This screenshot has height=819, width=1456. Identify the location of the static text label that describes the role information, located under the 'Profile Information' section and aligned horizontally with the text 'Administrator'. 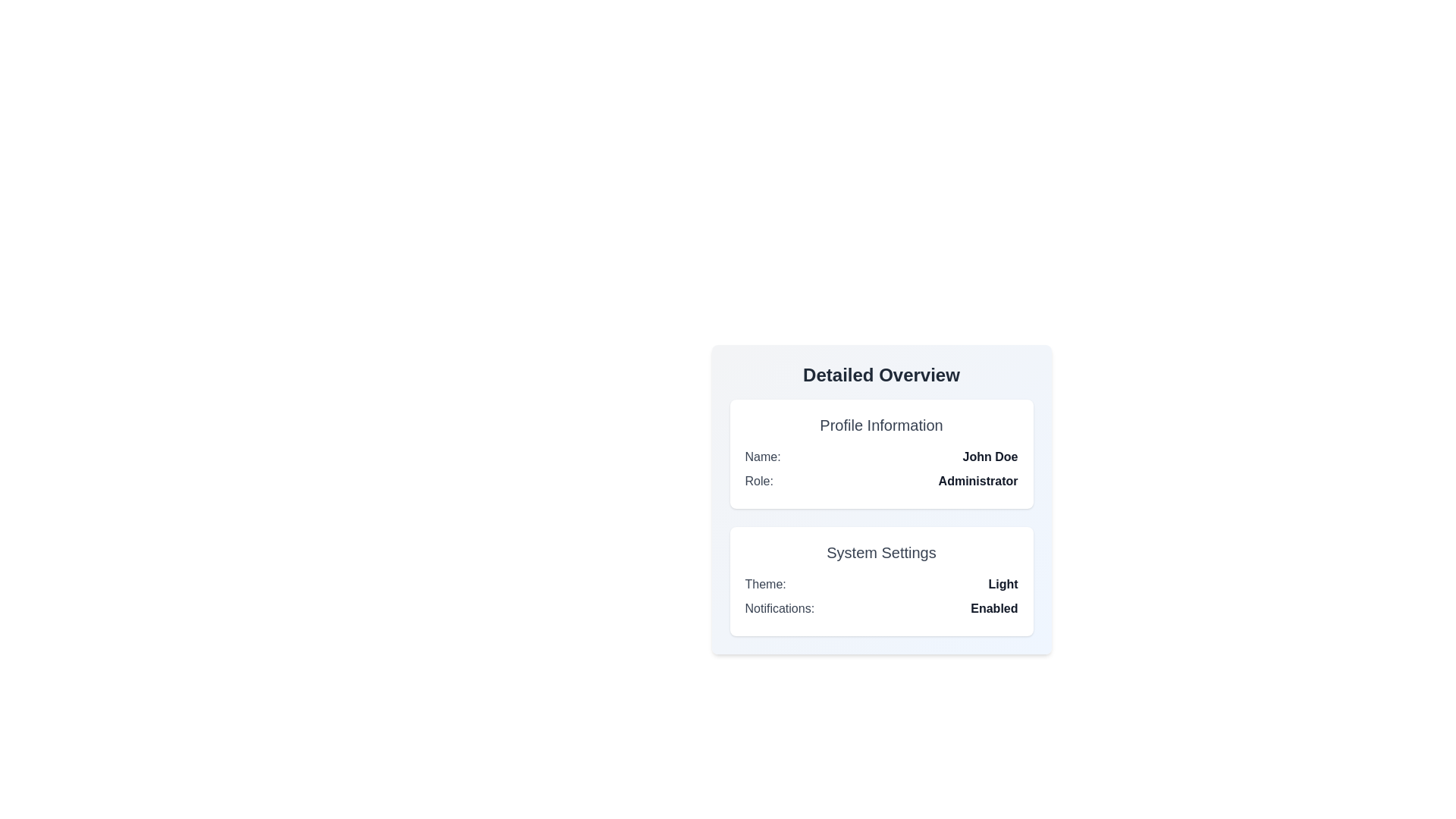
(759, 482).